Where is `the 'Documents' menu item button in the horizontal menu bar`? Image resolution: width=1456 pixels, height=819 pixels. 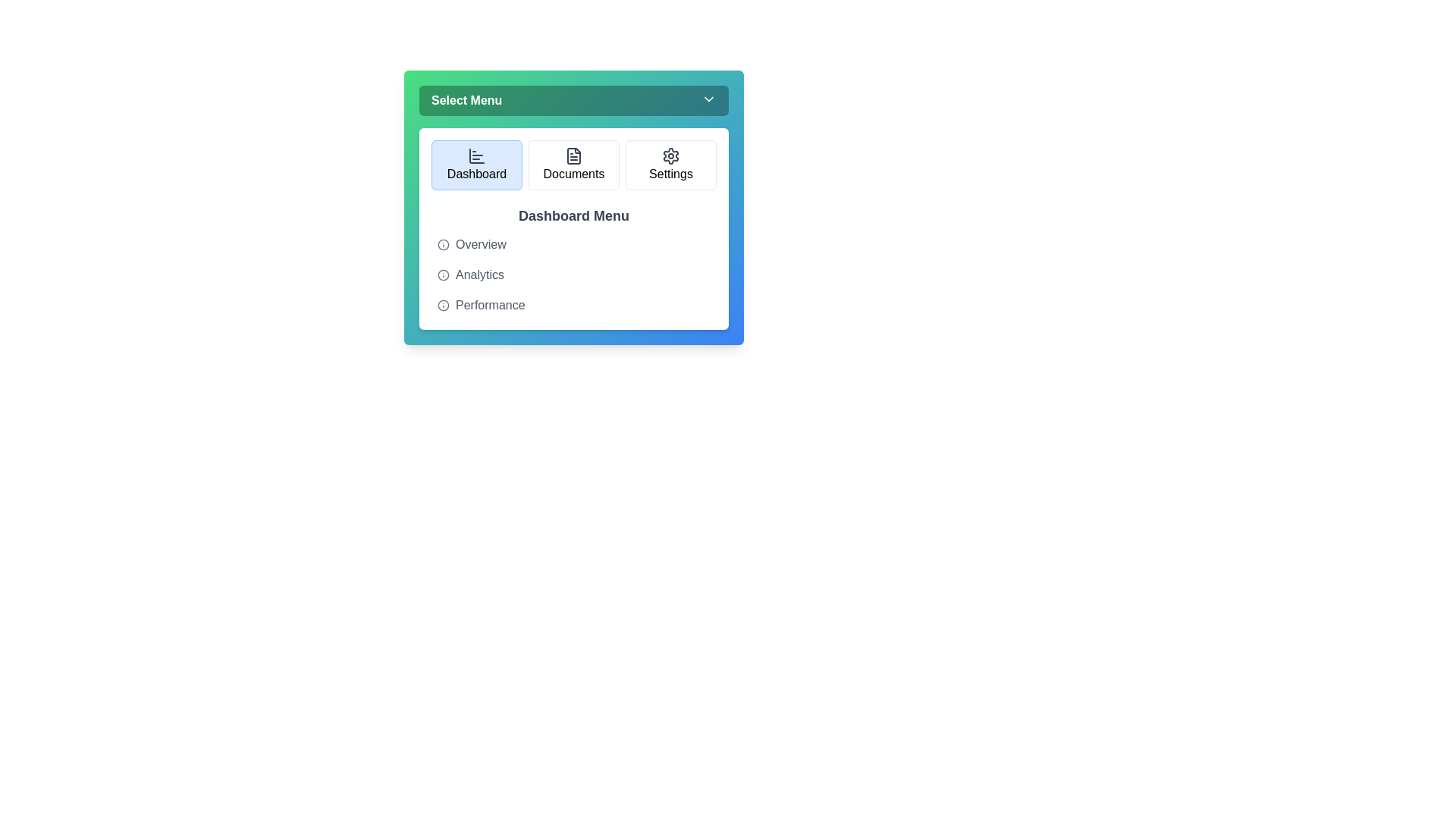
the 'Documents' menu item button in the horizontal menu bar is located at coordinates (573, 165).